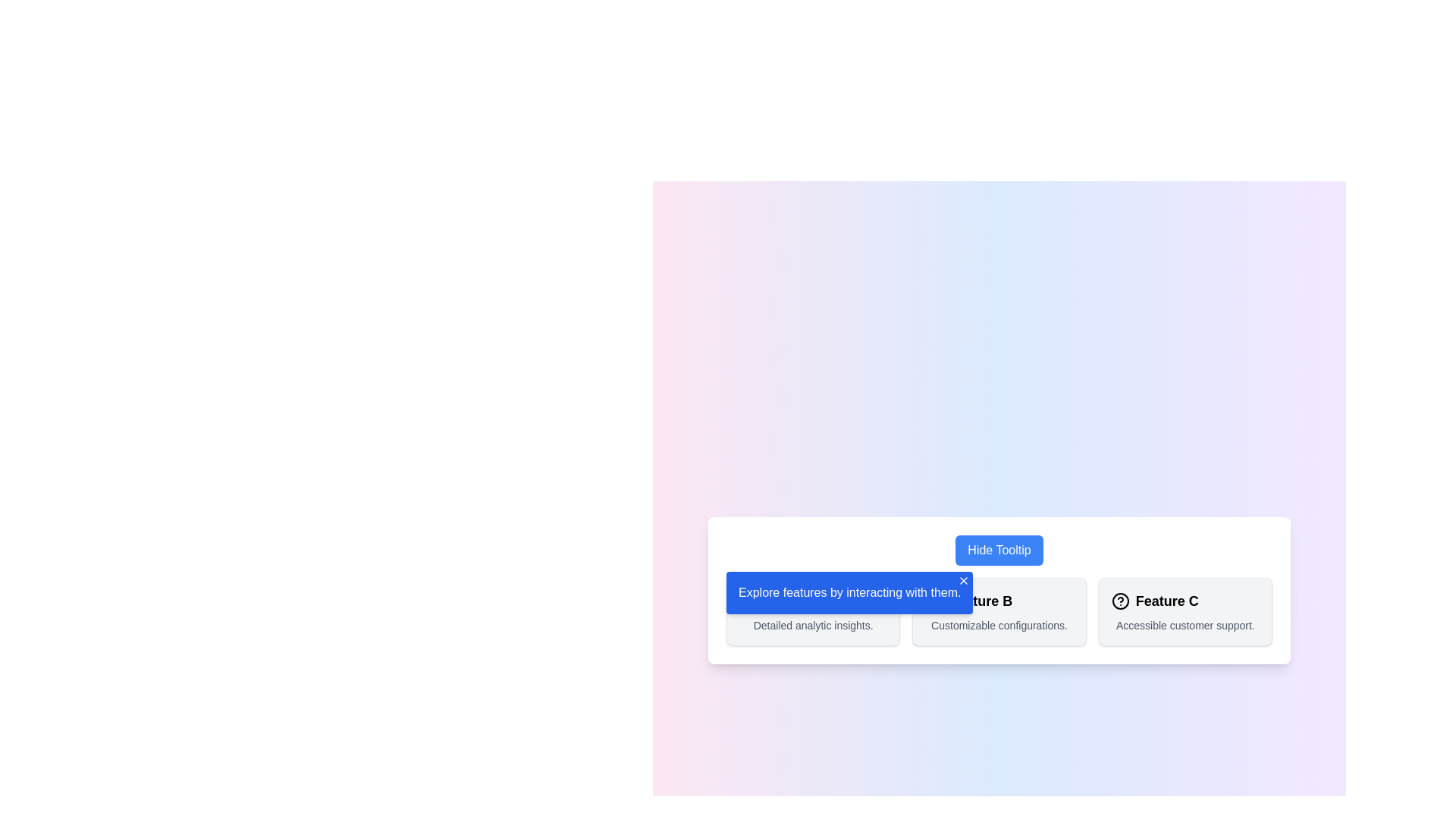 The image size is (1456, 819). I want to click on the text label containing the content 'Customizable configurations.' which is styled in a small gray font and located below the title 'Feature B' in the second card of three feature descriptions, so click(999, 626).